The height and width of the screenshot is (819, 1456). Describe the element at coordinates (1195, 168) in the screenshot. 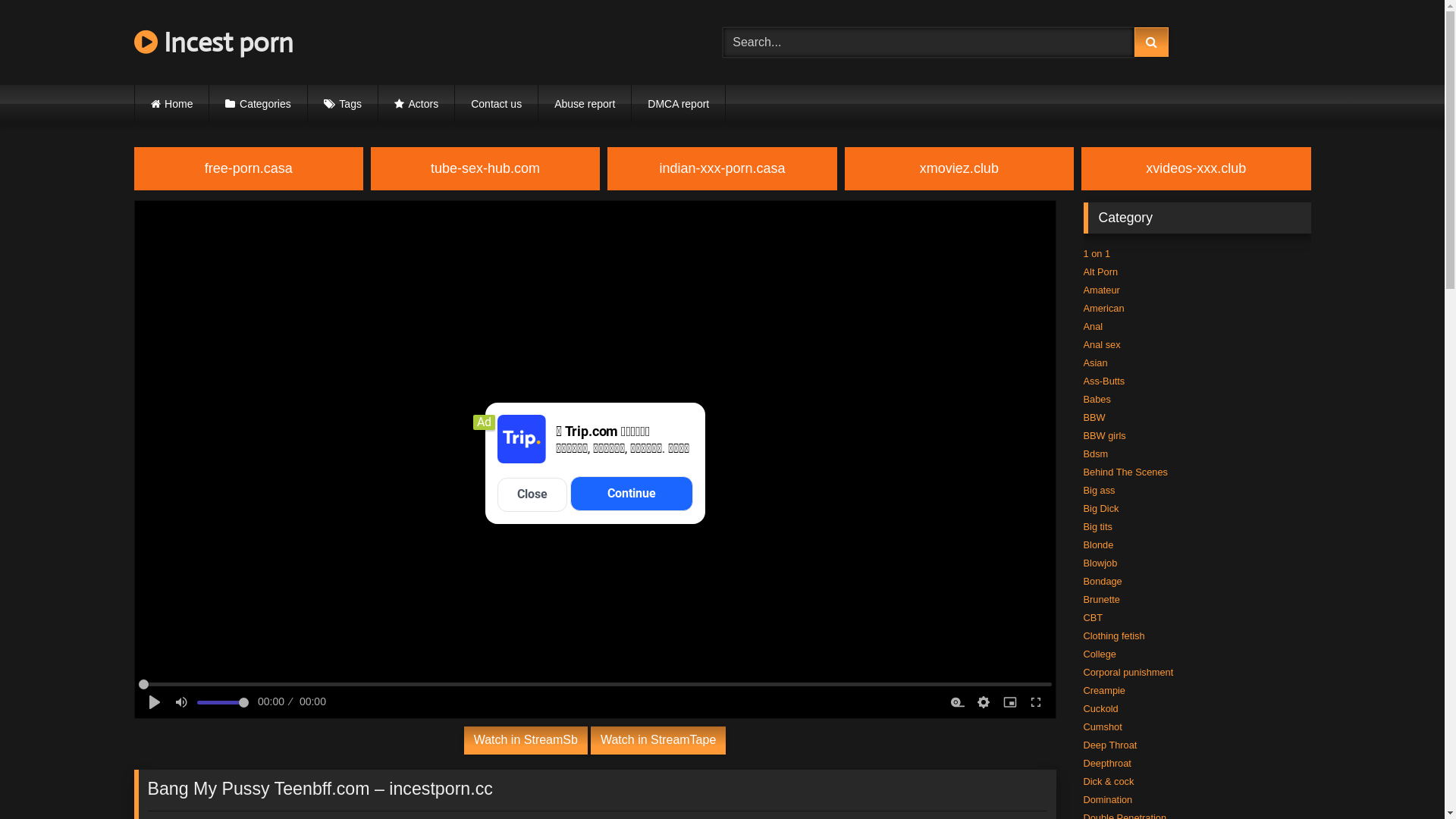

I see `'xvideos-xxx.club'` at that location.